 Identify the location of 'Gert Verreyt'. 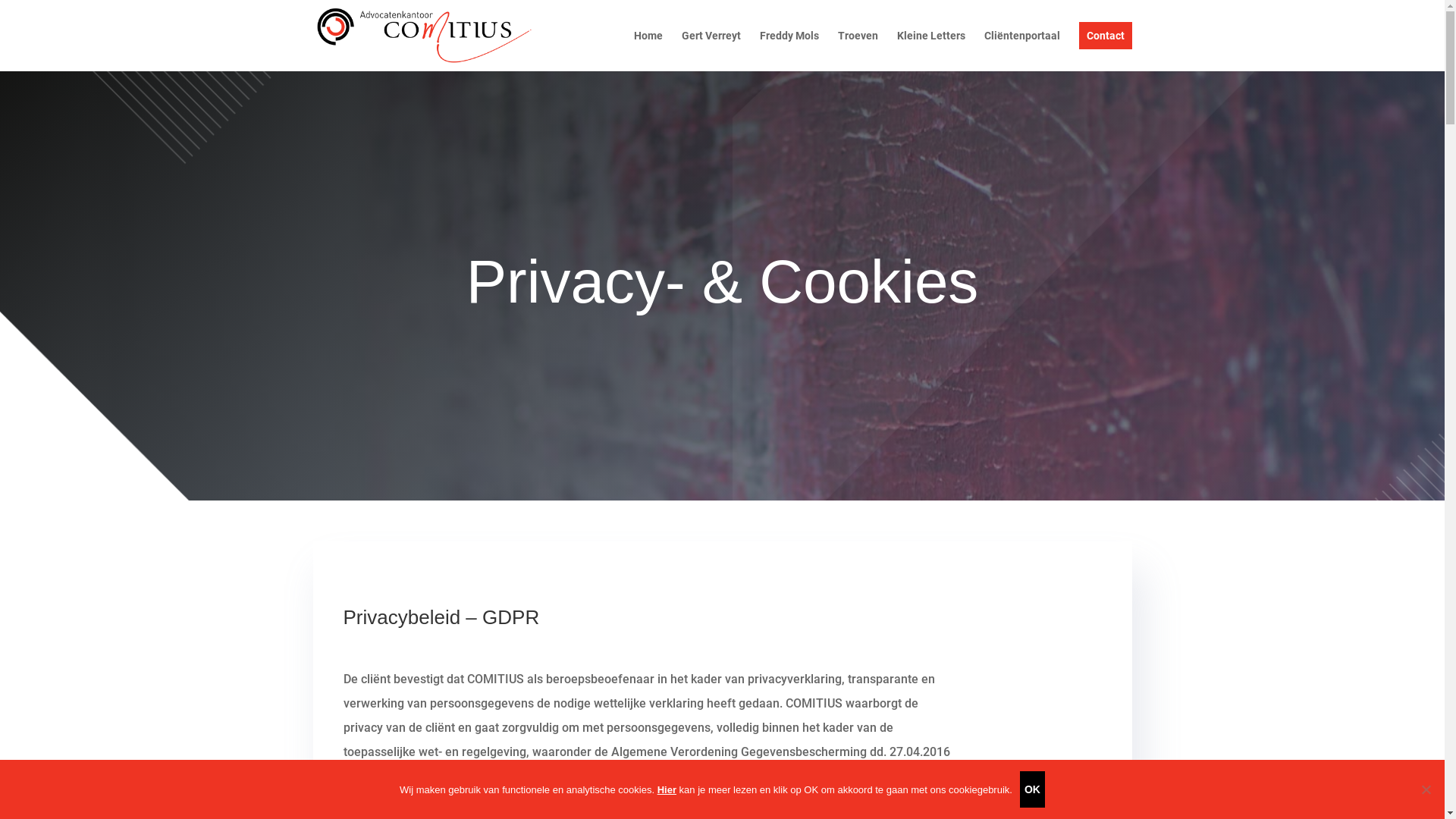
(679, 49).